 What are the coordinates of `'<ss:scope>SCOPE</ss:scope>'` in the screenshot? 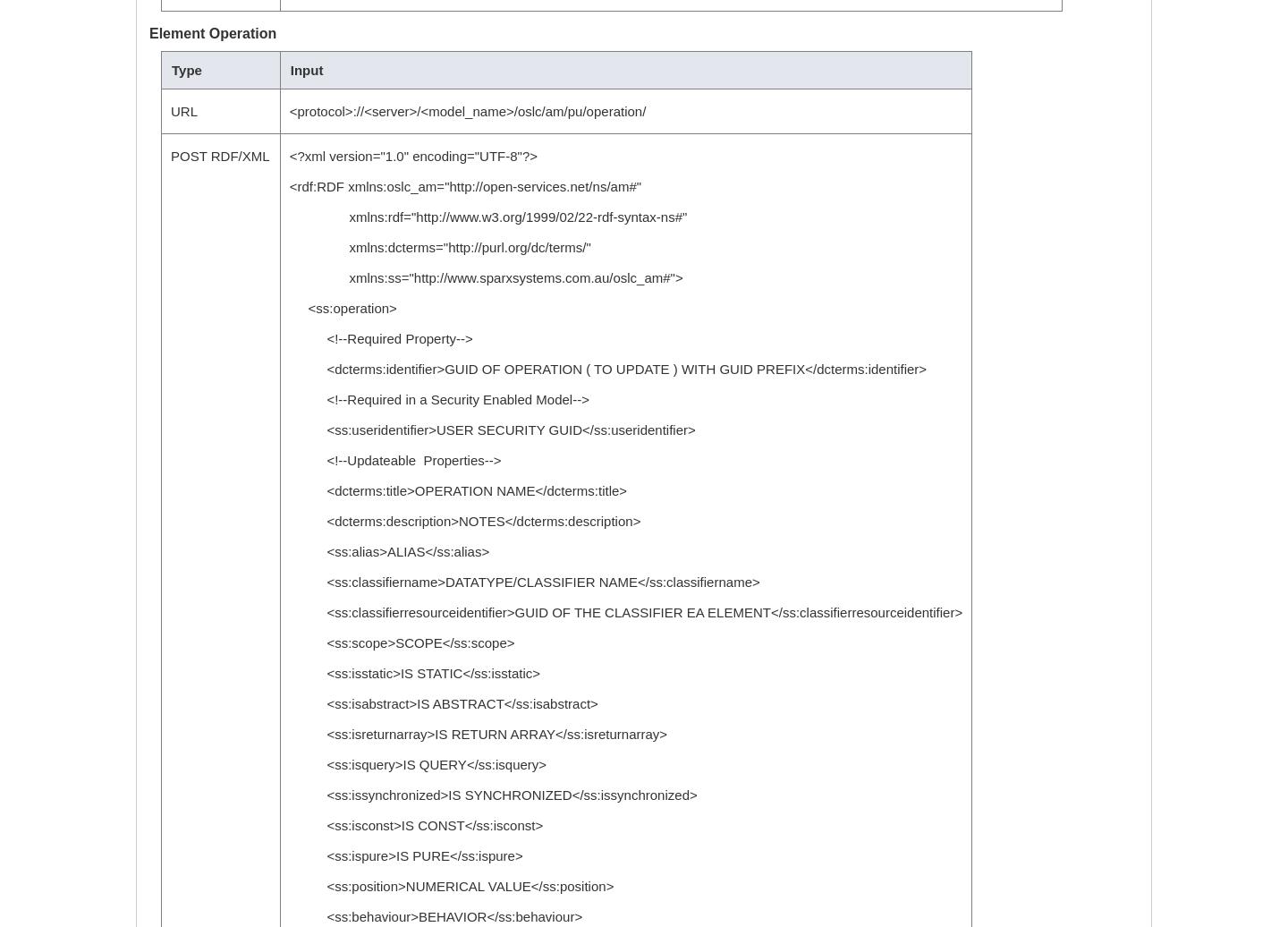 It's located at (401, 642).